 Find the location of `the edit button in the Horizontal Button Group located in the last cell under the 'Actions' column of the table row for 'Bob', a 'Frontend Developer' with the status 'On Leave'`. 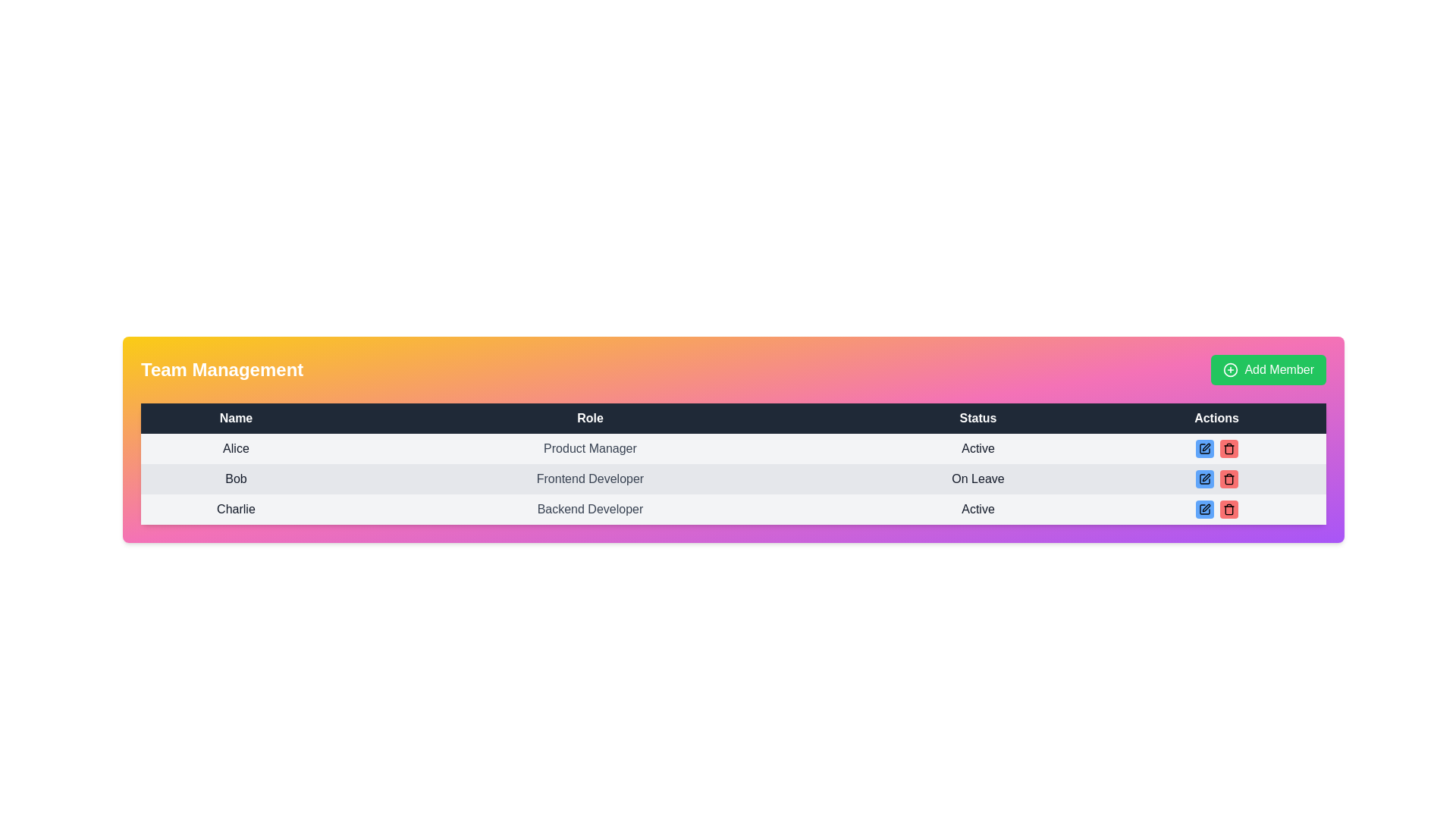

the edit button in the Horizontal Button Group located in the last cell under the 'Actions' column of the table row for 'Bob', a 'Frontend Developer' with the status 'On Leave' is located at coordinates (1216, 479).